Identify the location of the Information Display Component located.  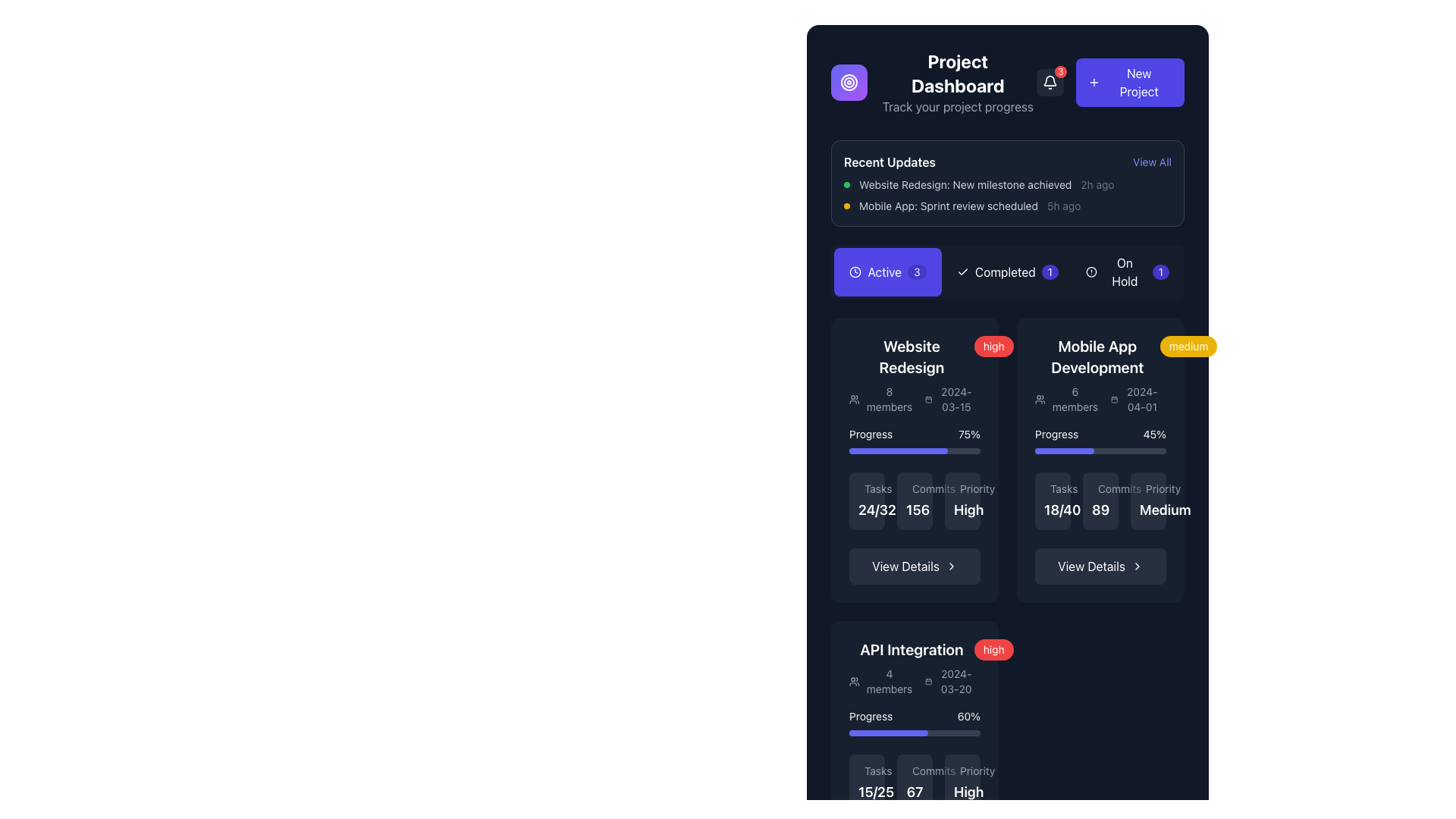
(1097, 375).